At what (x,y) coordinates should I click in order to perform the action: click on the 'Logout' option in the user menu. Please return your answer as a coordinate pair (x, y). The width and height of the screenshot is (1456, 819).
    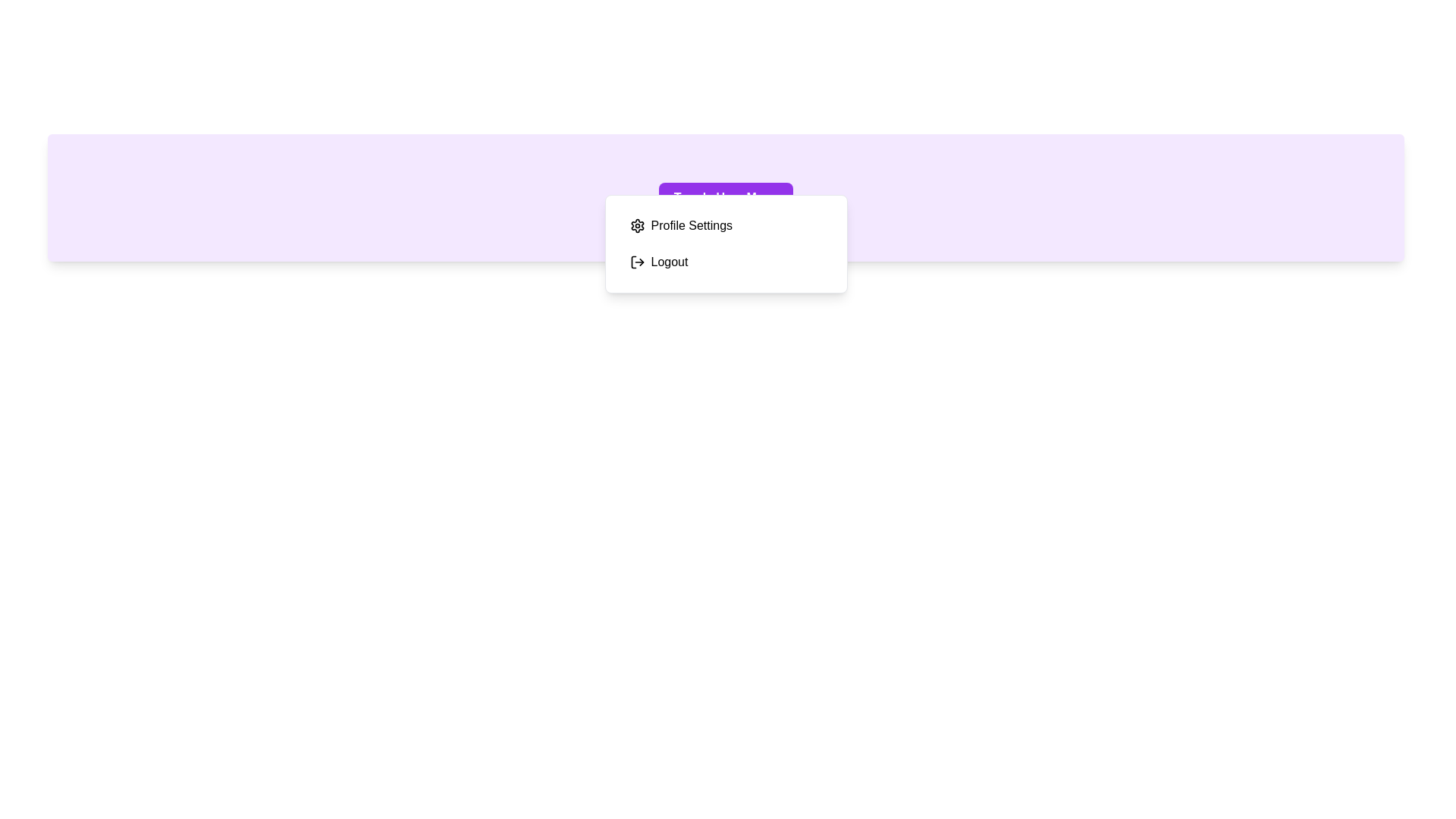
    Looking at the image, I should click on (725, 262).